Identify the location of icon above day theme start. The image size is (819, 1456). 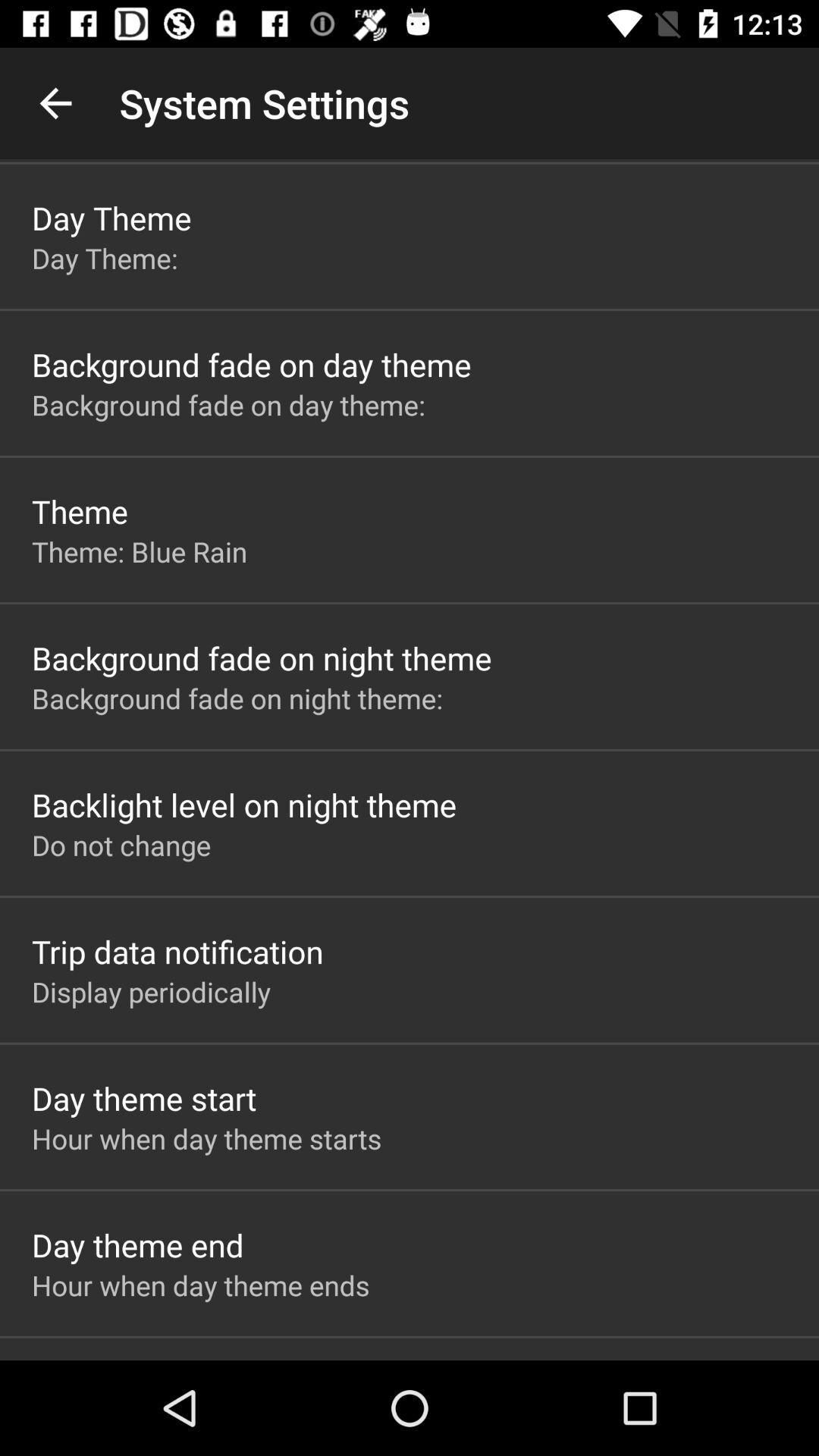
(151, 992).